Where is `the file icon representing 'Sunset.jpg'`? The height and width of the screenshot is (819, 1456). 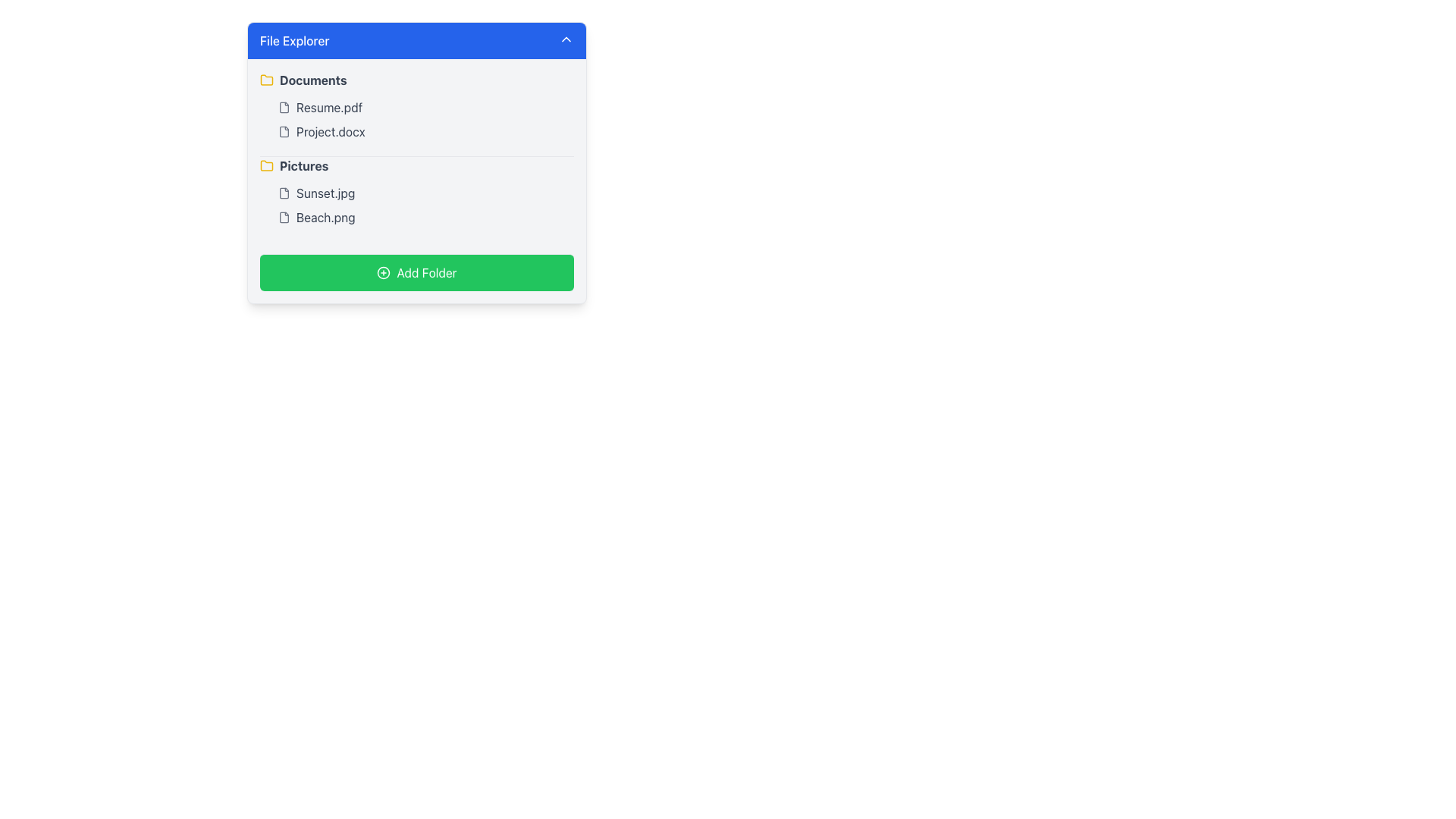
the file icon representing 'Sunset.jpg' is located at coordinates (284, 192).